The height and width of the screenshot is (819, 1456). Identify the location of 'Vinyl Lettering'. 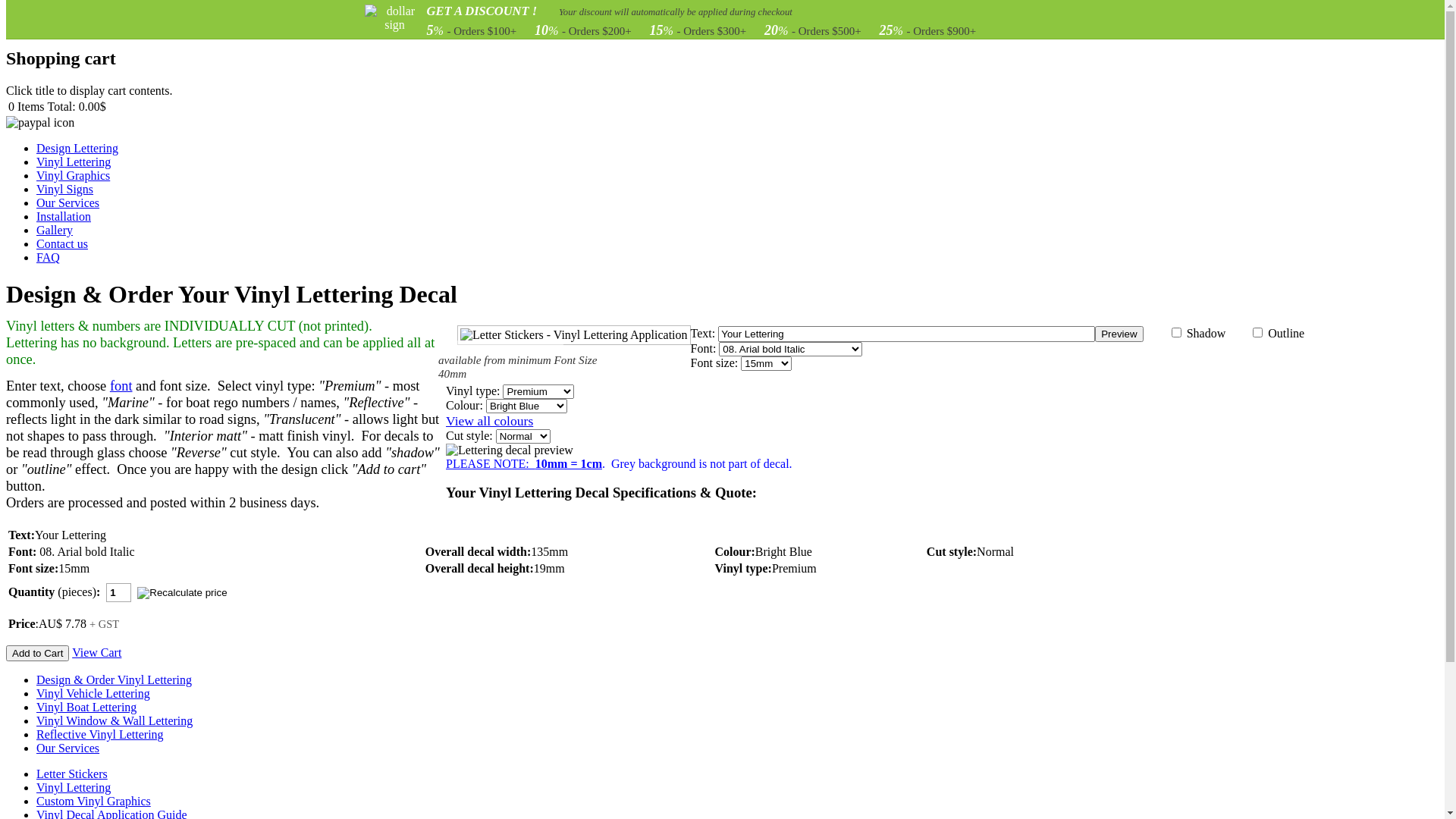
(72, 162).